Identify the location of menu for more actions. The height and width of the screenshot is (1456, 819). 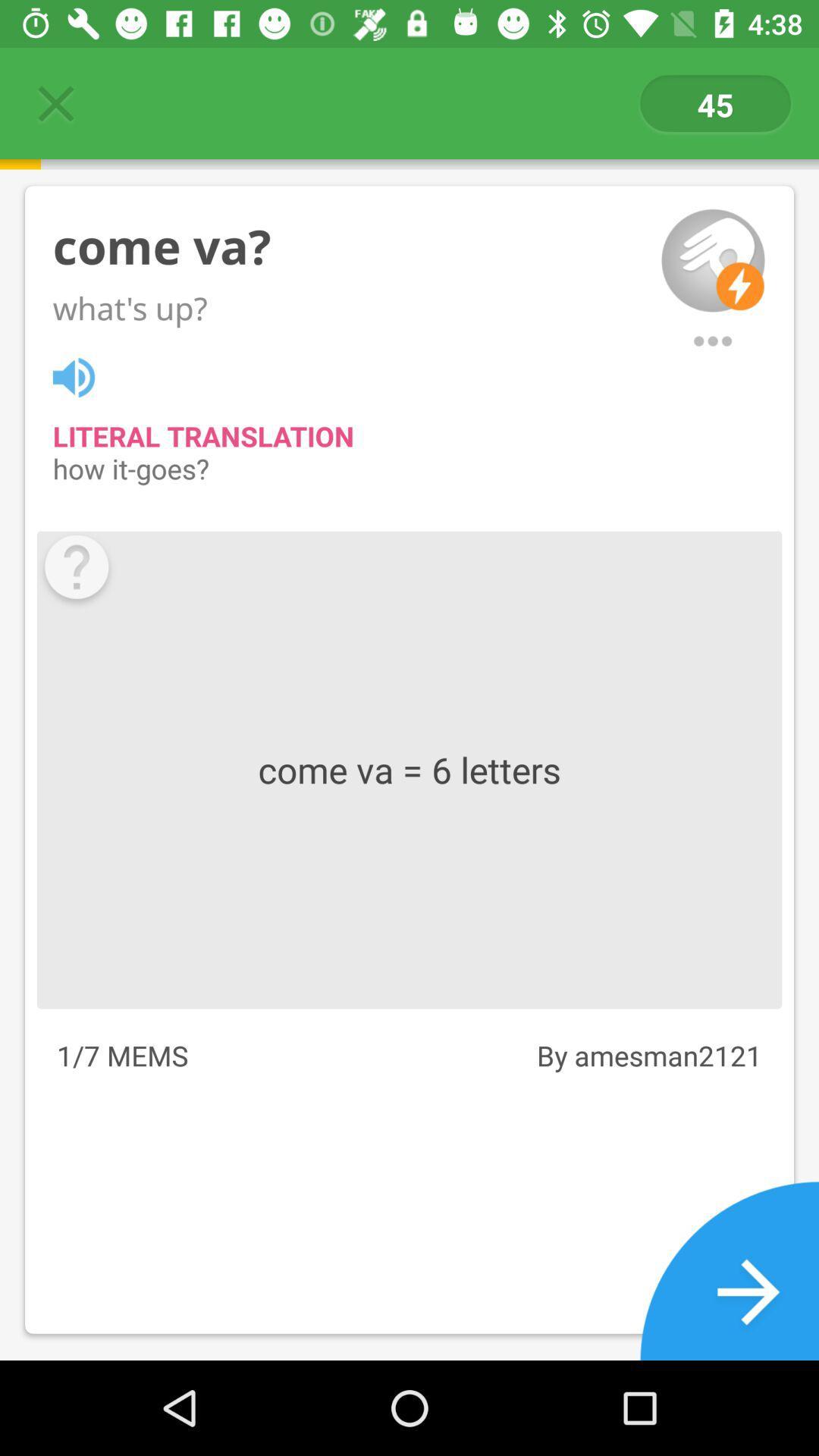
(713, 340).